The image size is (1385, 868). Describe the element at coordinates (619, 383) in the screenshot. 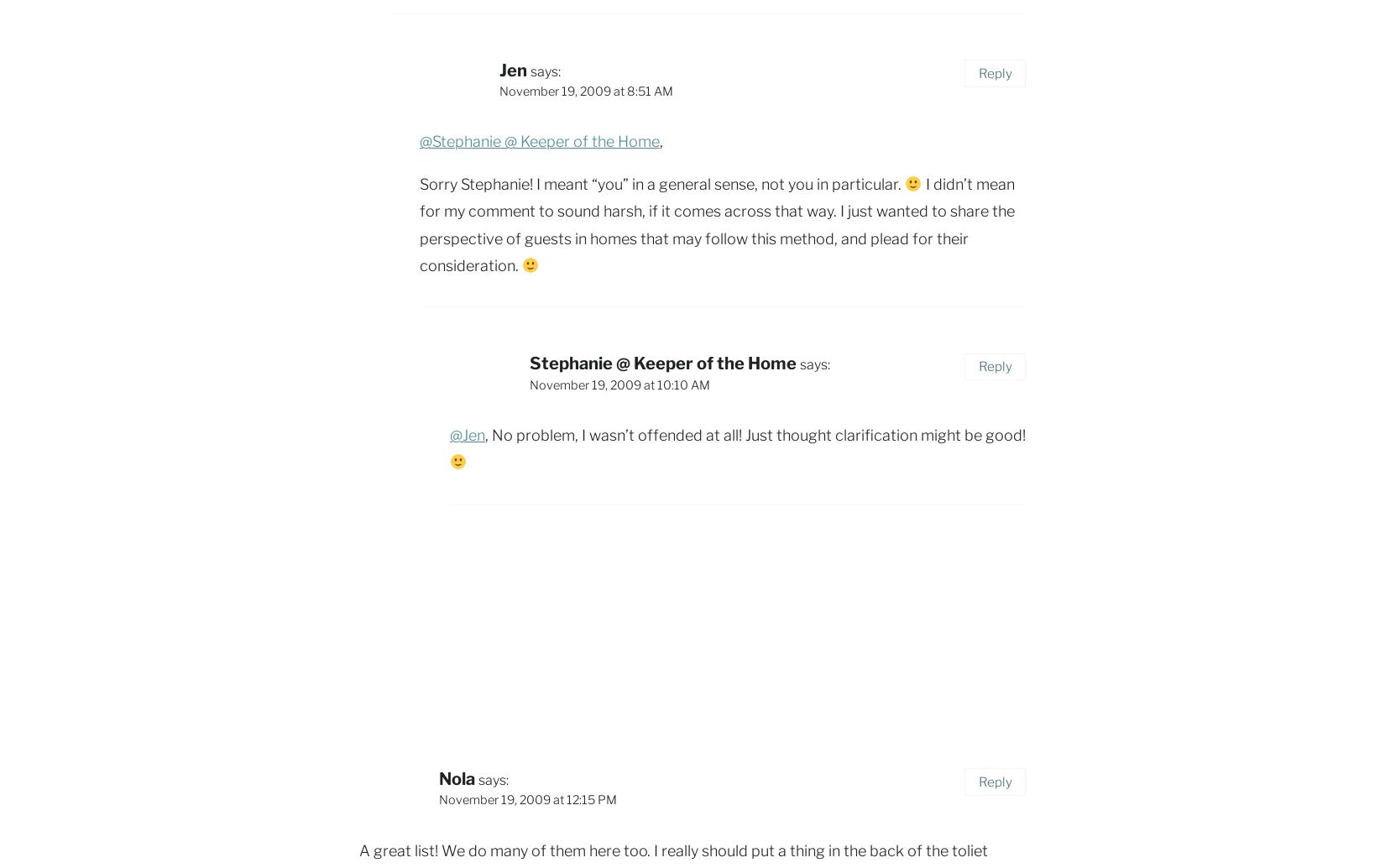

I see `'November 19, 2009 at 10:10 AM'` at that location.